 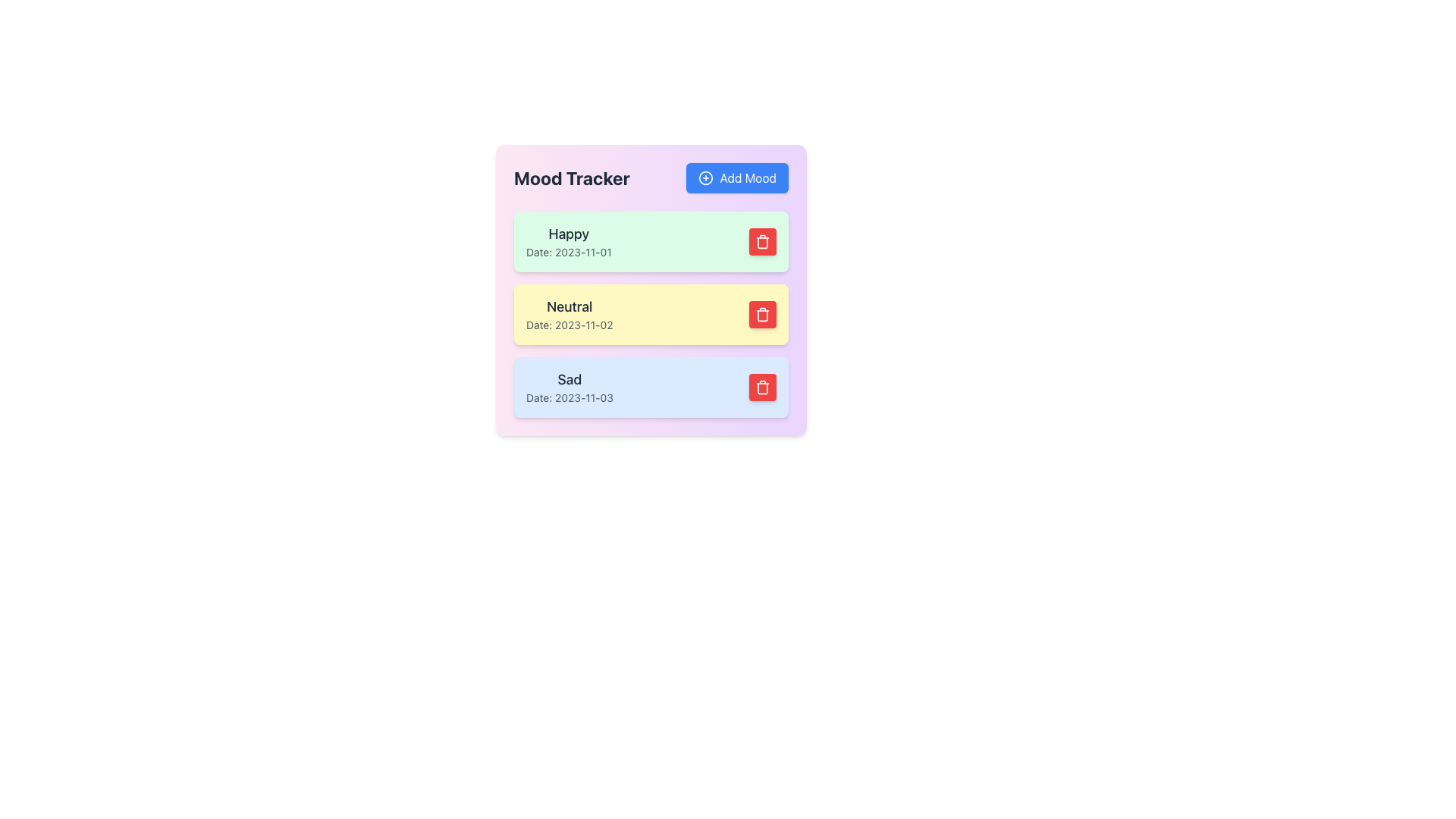 I want to click on the Text Label that identifies the mood 'Neutral', positioned in the middle yellow-highlighted section of the mood entries list, to focus on it, so click(x=569, y=307).